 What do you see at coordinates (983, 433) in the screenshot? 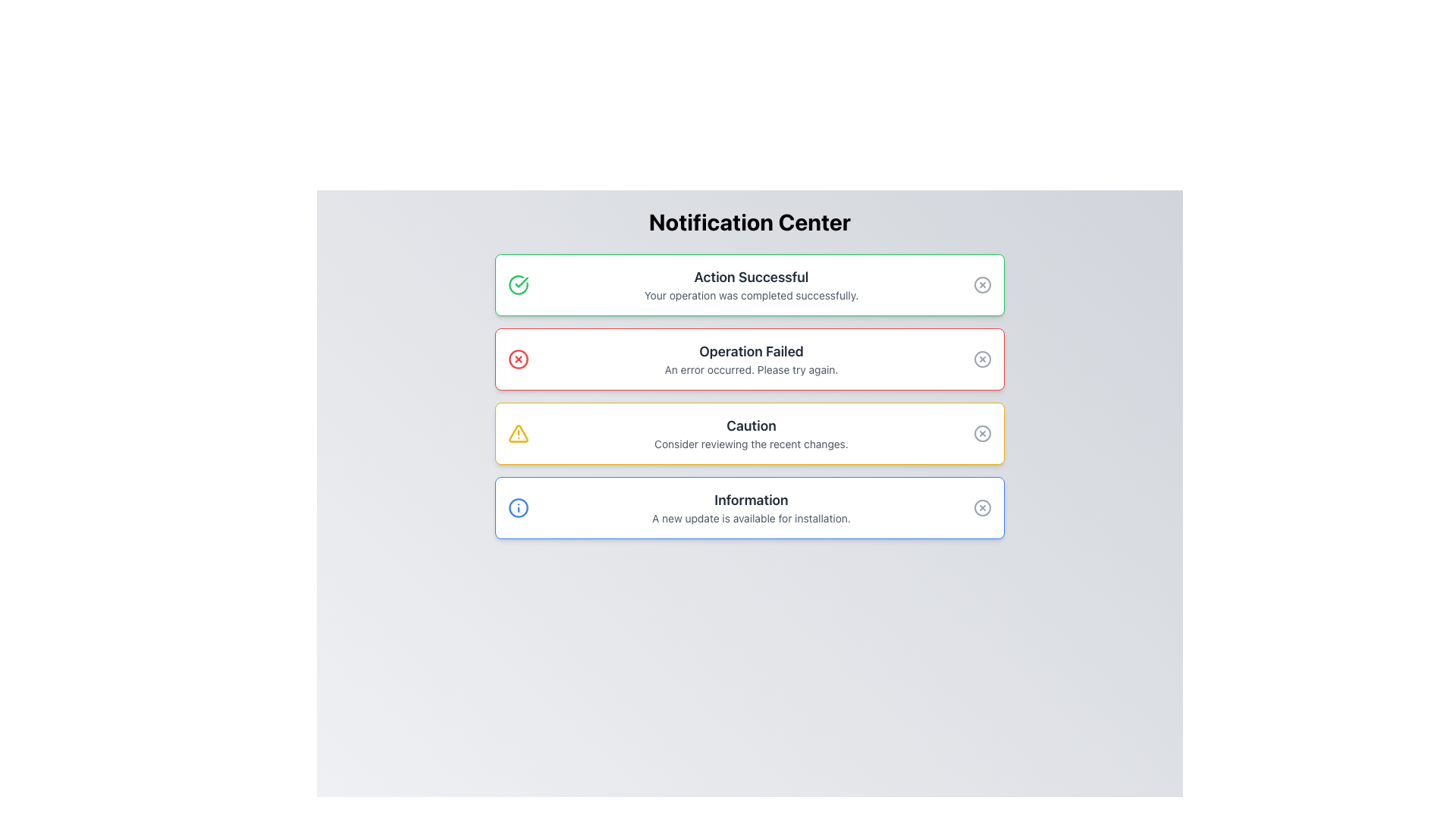
I see `the circular graphical element that resembles a close button in the third notification card labeled 'Caution'` at bounding box center [983, 433].